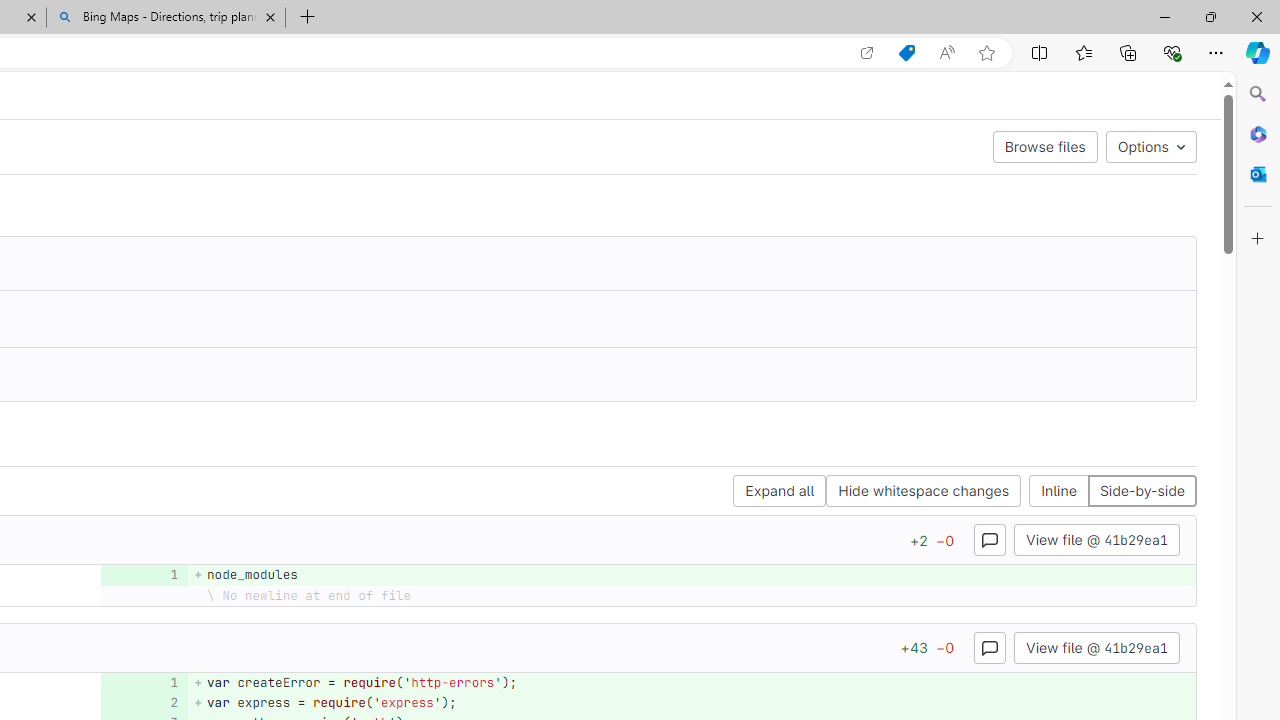 The height and width of the screenshot is (720, 1280). I want to click on 'Open in app', so click(867, 52).